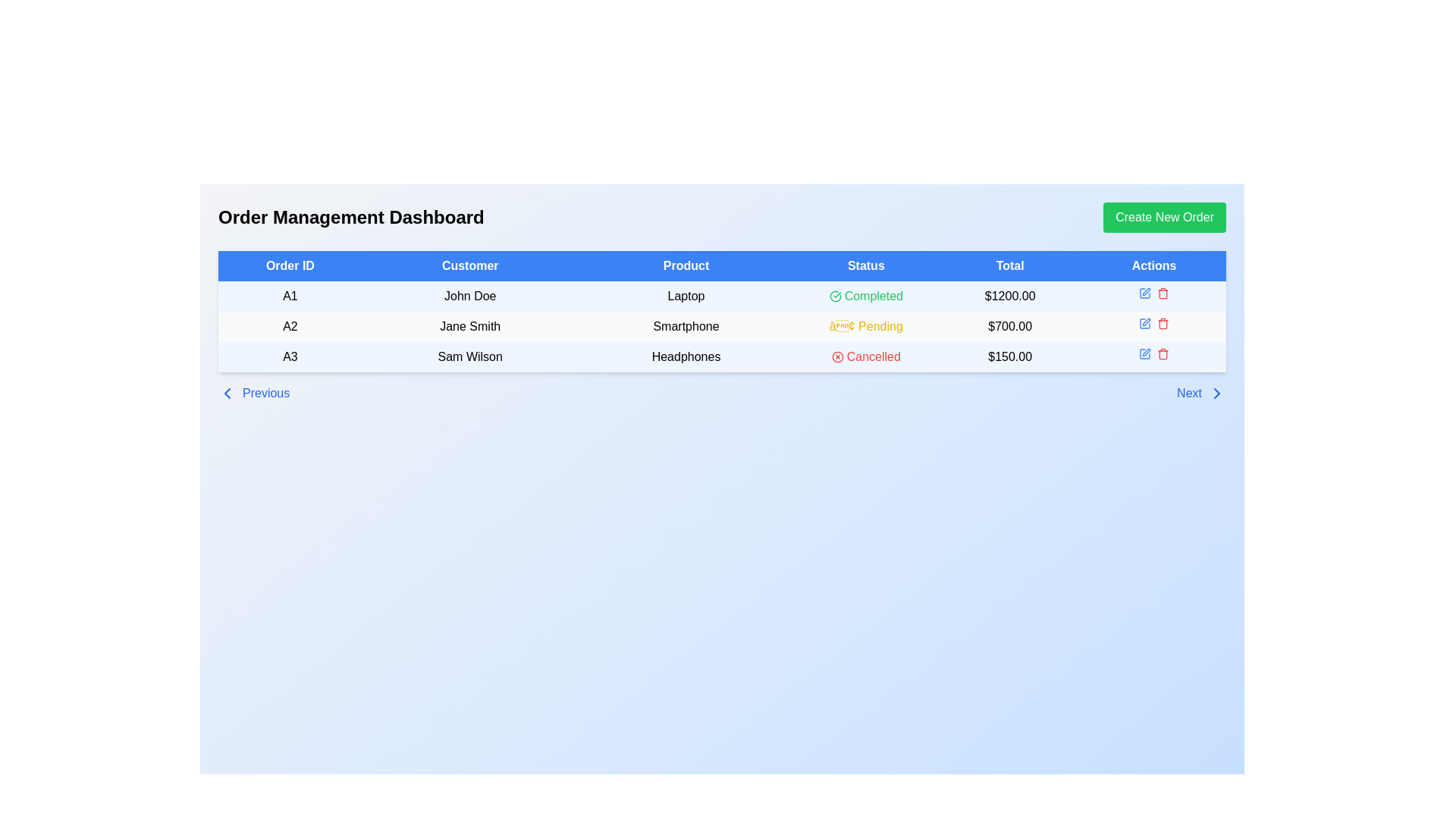 The image size is (1456, 819). What do you see at coordinates (254, 393) in the screenshot?
I see `the 'Previous' link on the left side of the navigation` at bounding box center [254, 393].